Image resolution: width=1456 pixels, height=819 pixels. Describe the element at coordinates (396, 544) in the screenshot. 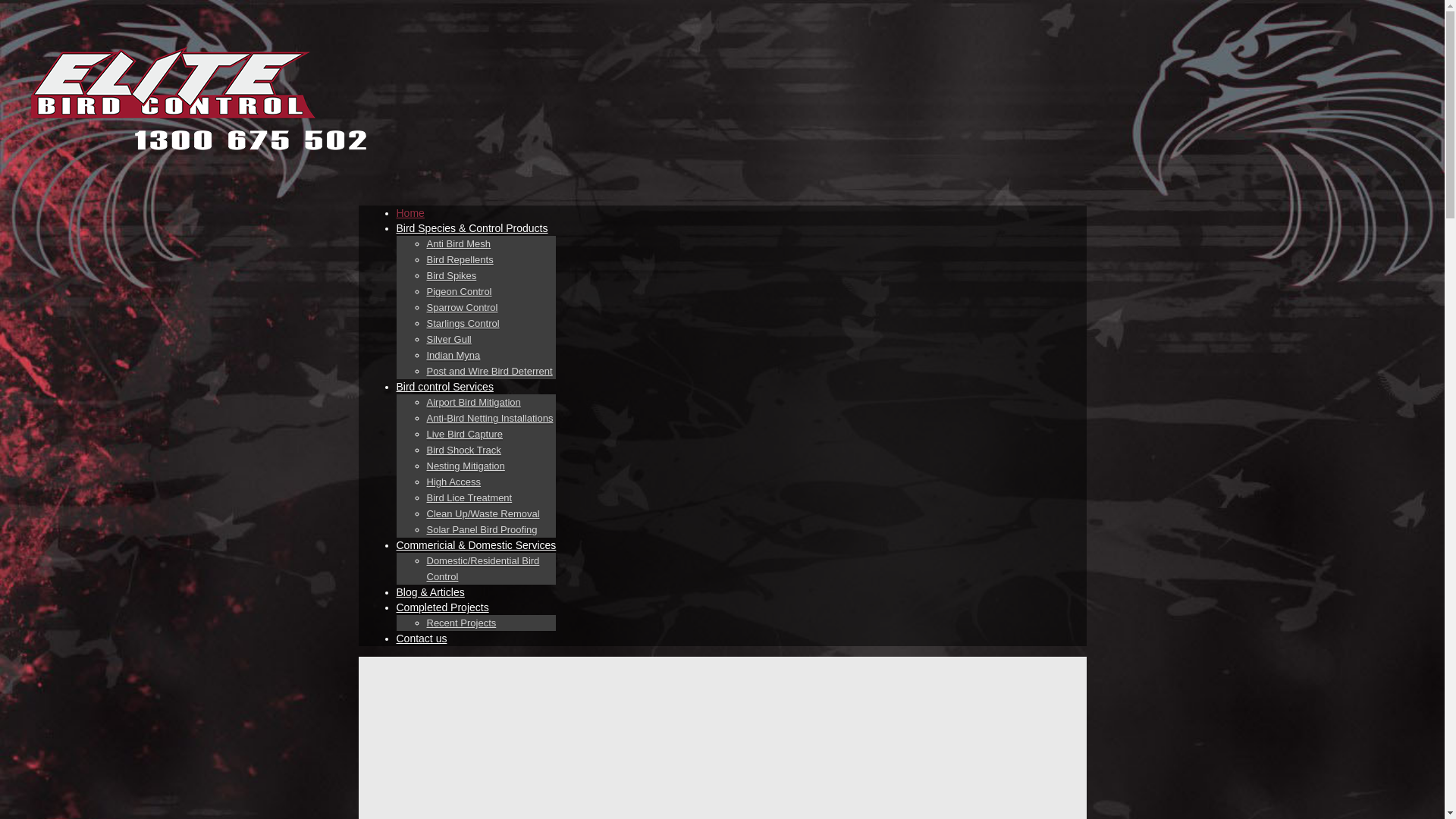

I see `'Commericial & Domestic Services'` at that location.